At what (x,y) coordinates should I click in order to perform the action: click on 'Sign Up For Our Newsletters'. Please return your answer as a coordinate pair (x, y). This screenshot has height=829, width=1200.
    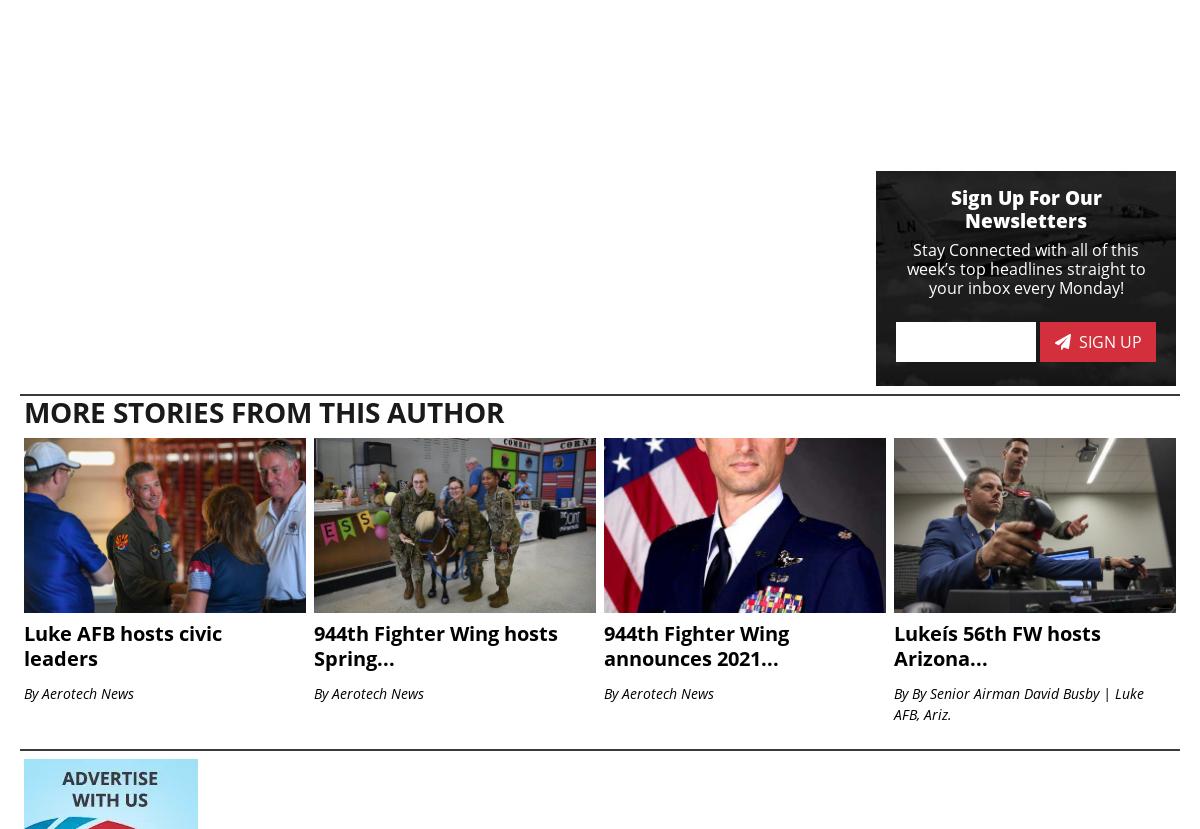
    Looking at the image, I should click on (1025, 207).